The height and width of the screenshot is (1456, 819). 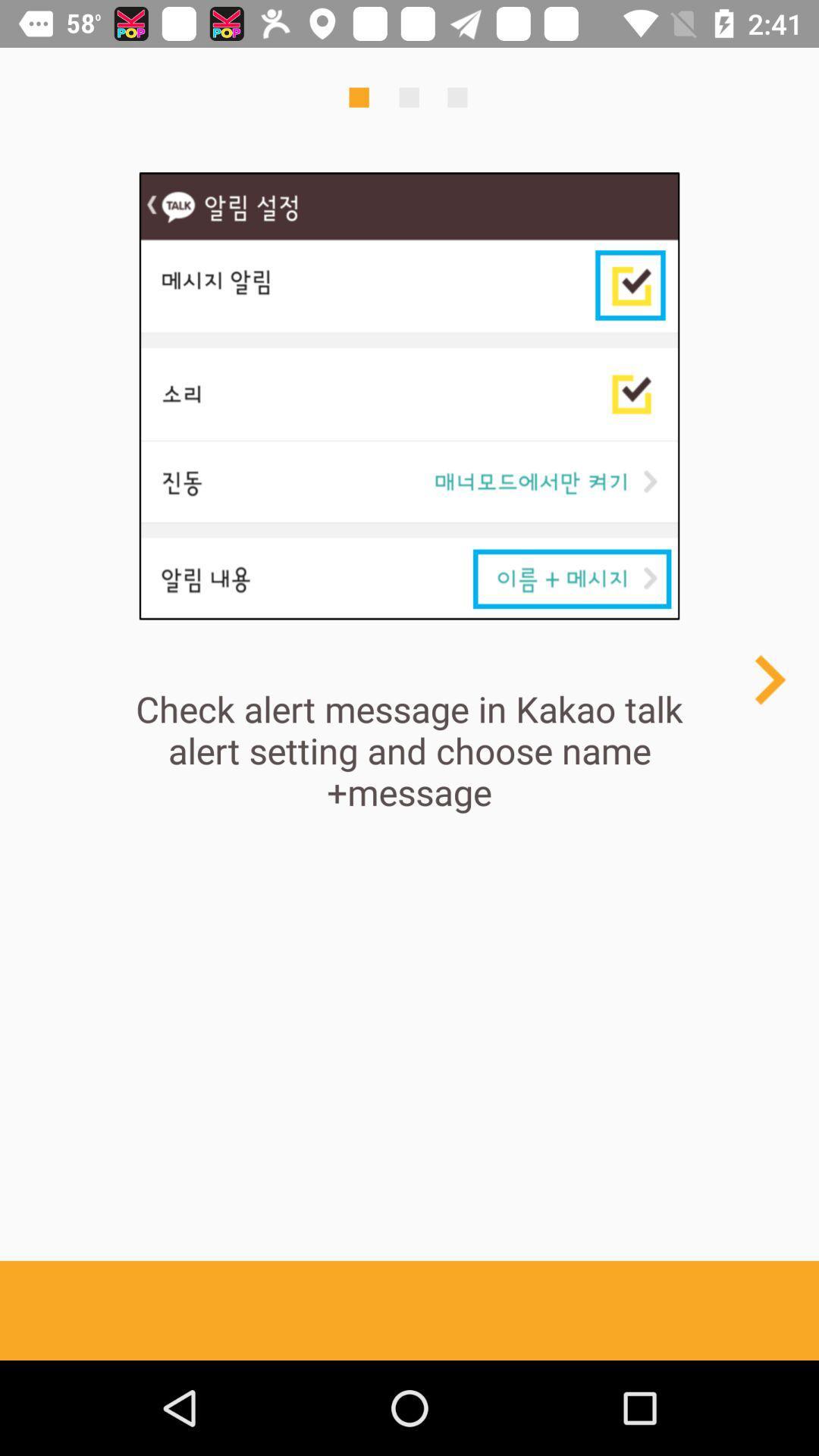 What do you see at coordinates (769, 679) in the screenshot?
I see `the arrow_forward icon` at bounding box center [769, 679].